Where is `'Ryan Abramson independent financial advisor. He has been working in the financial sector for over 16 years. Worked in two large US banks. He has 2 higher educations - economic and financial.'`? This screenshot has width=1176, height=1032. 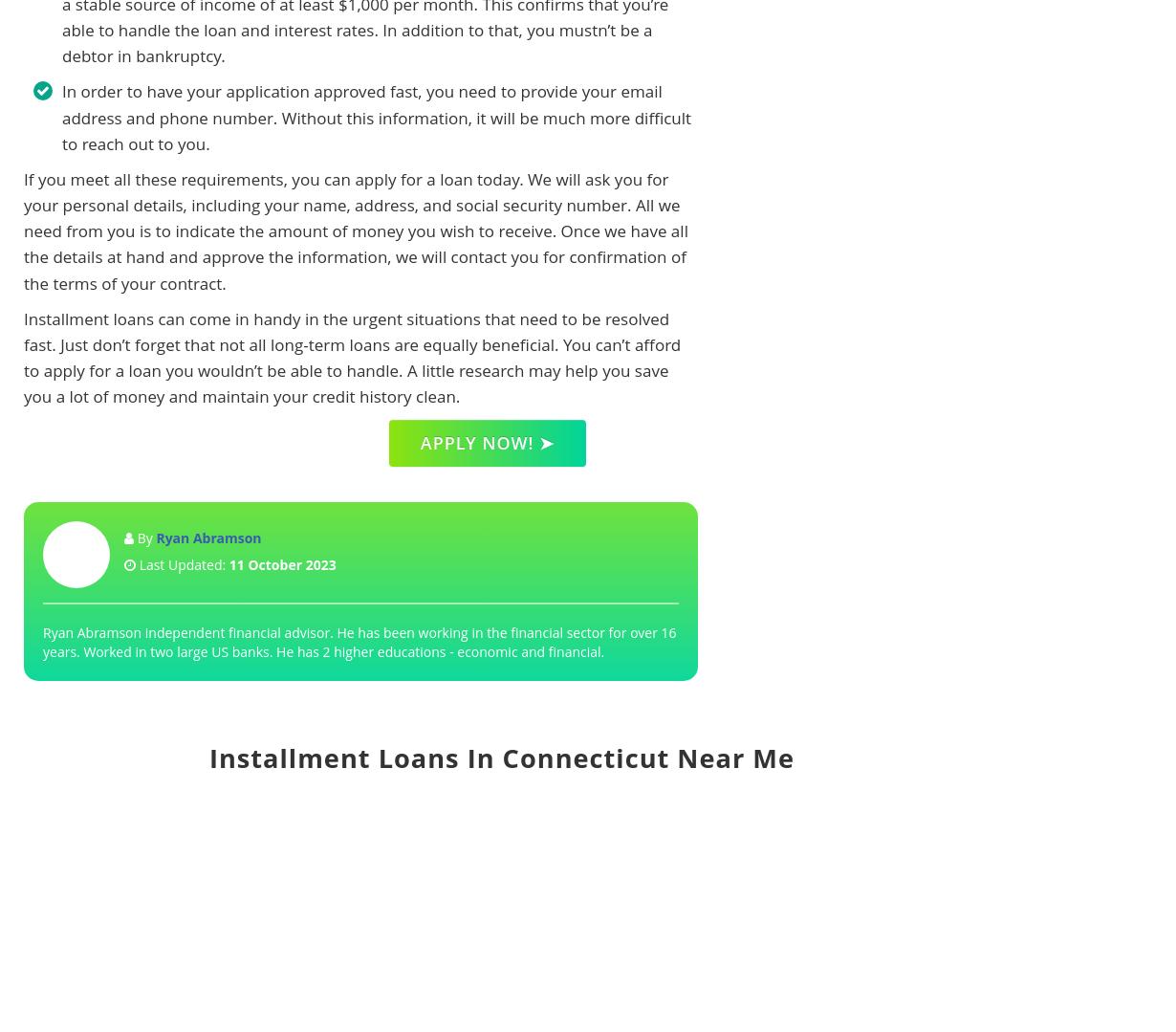
'Ryan Abramson independent financial advisor. He has been working in the financial sector for over 16 years. Worked in two large US banks. He has 2 higher educations - economic and financial.' is located at coordinates (359, 642).